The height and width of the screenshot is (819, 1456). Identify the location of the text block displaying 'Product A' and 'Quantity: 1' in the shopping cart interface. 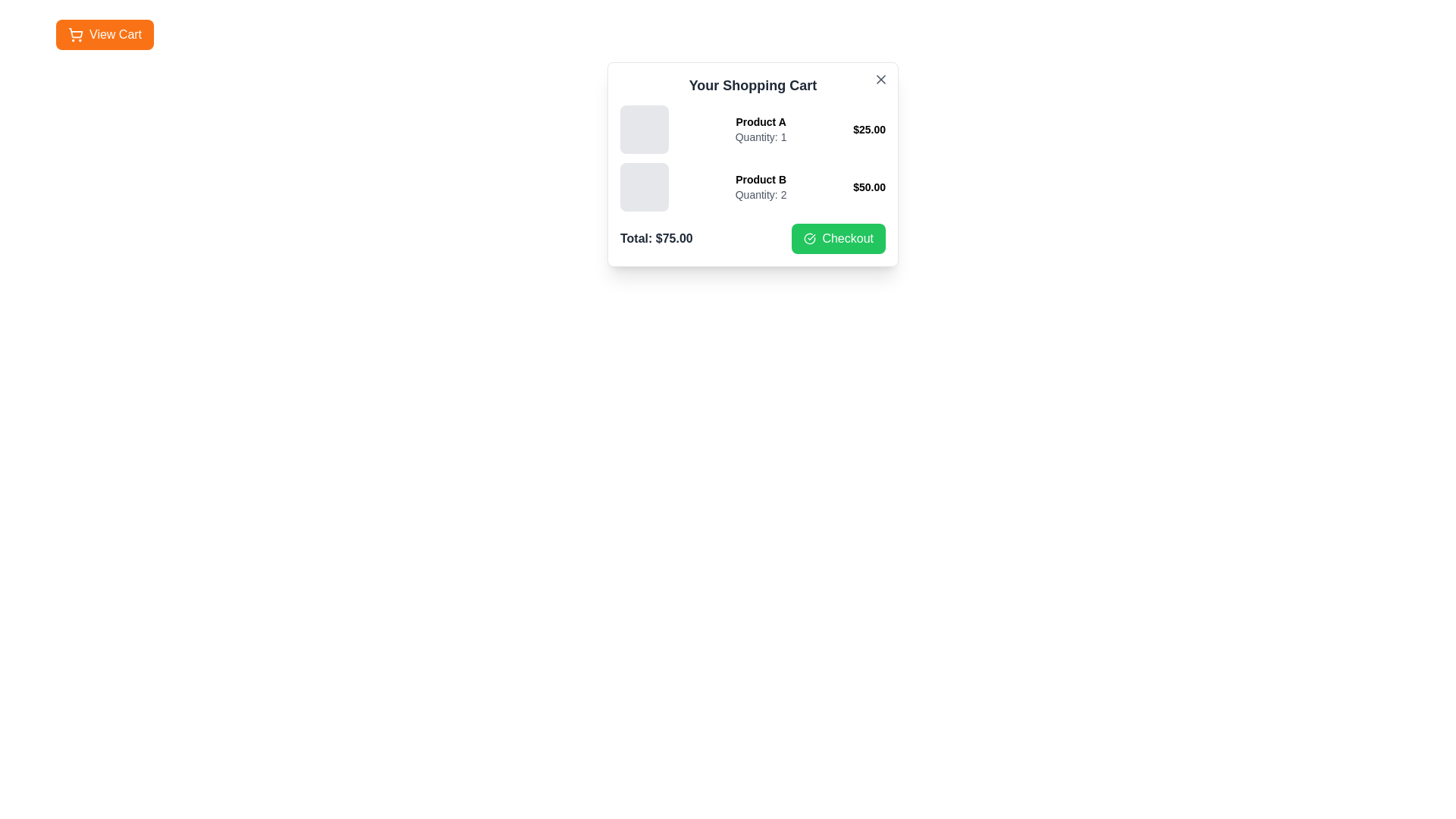
(761, 128).